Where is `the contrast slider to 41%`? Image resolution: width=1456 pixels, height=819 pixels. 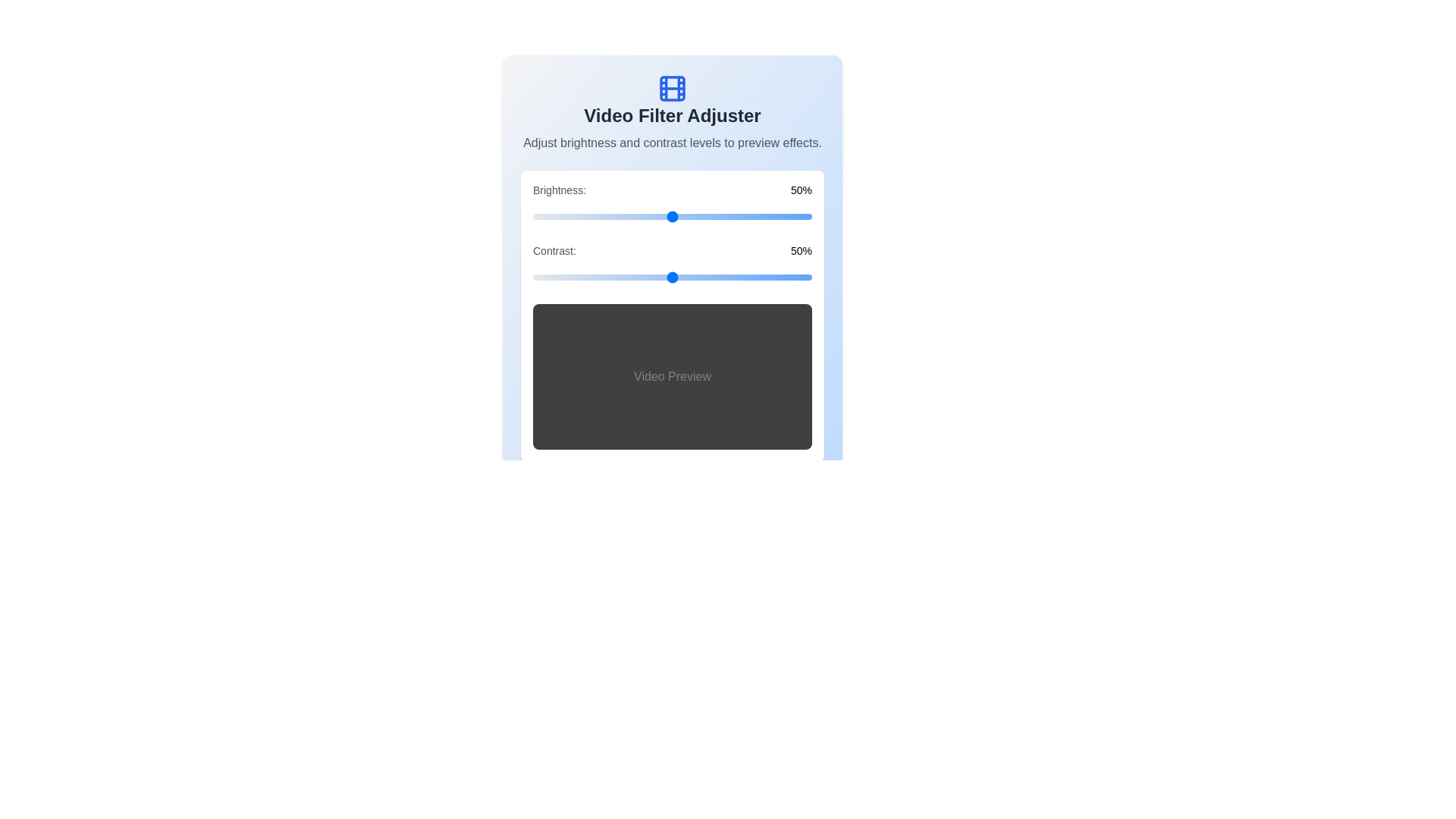 the contrast slider to 41% is located at coordinates (647, 278).